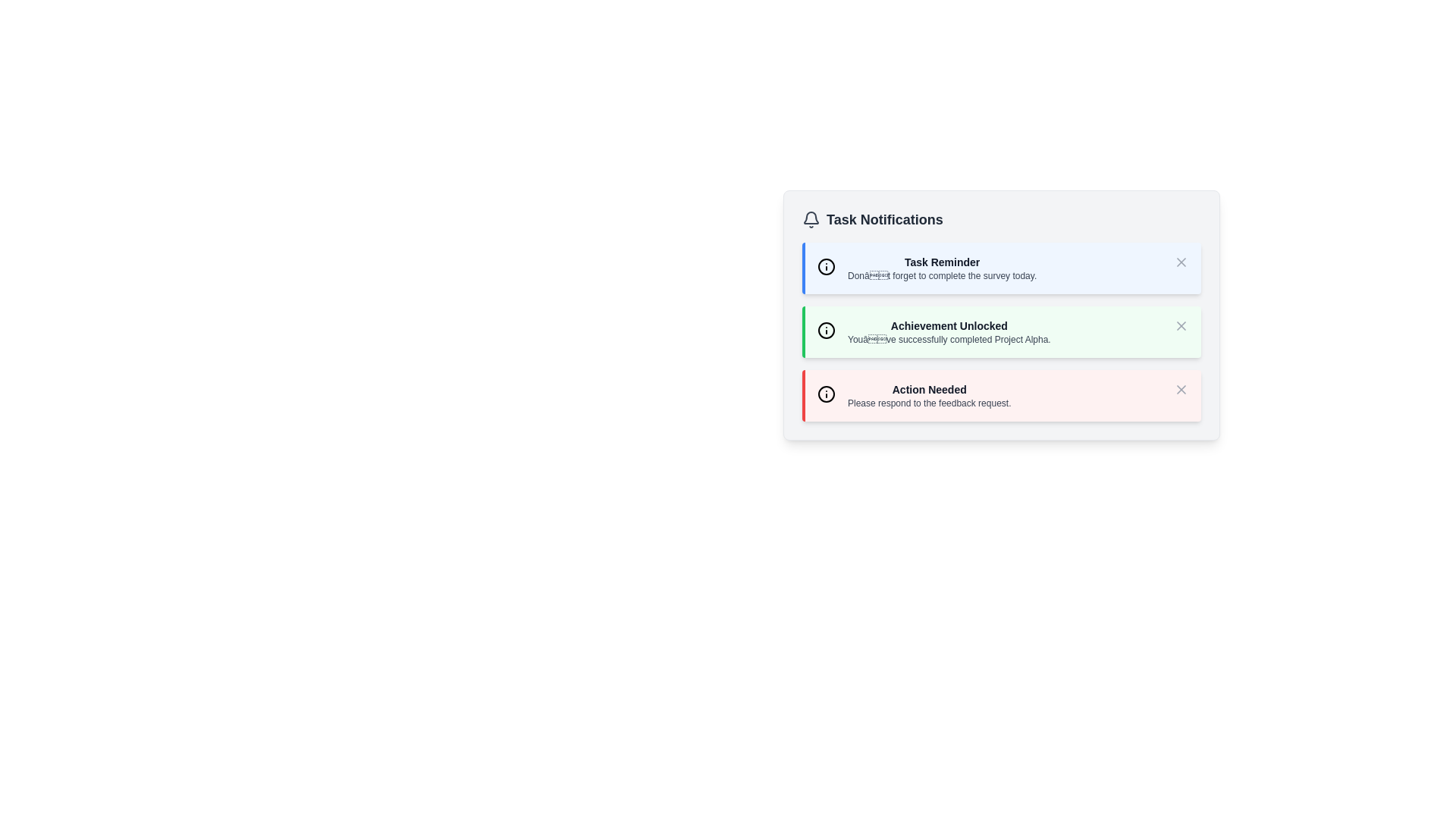 This screenshot has height=819, width=1456. Describe the element at coordinates (825, 329) in the screenshot. I see `the circular icon with a black outline located to the left of the 'Achievement Unlocked' notification, which indicates an informative point` at that location.